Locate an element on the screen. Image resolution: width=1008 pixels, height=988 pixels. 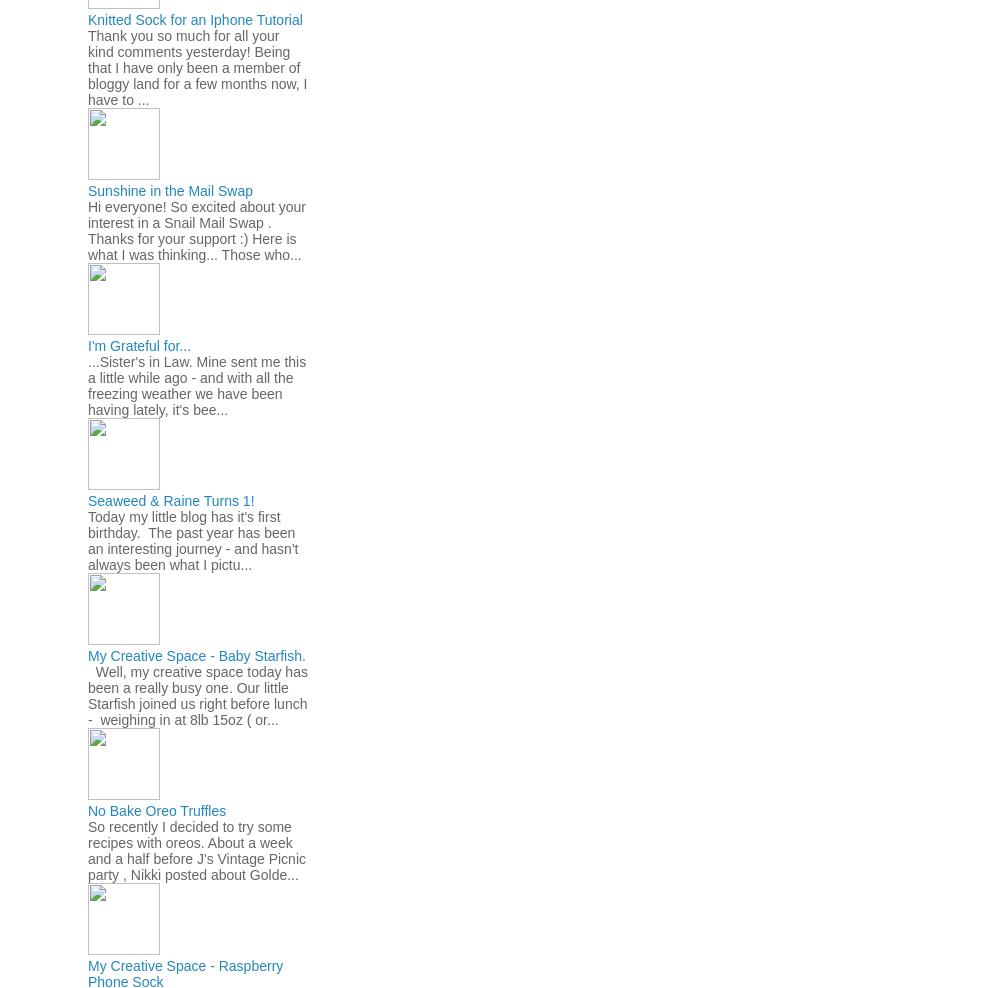
'...Sister's in Law.    Mine sent me this a little while ago - and with all the freezing weather we have been having lately, it's bee...' is located at coordinates (196, 384).